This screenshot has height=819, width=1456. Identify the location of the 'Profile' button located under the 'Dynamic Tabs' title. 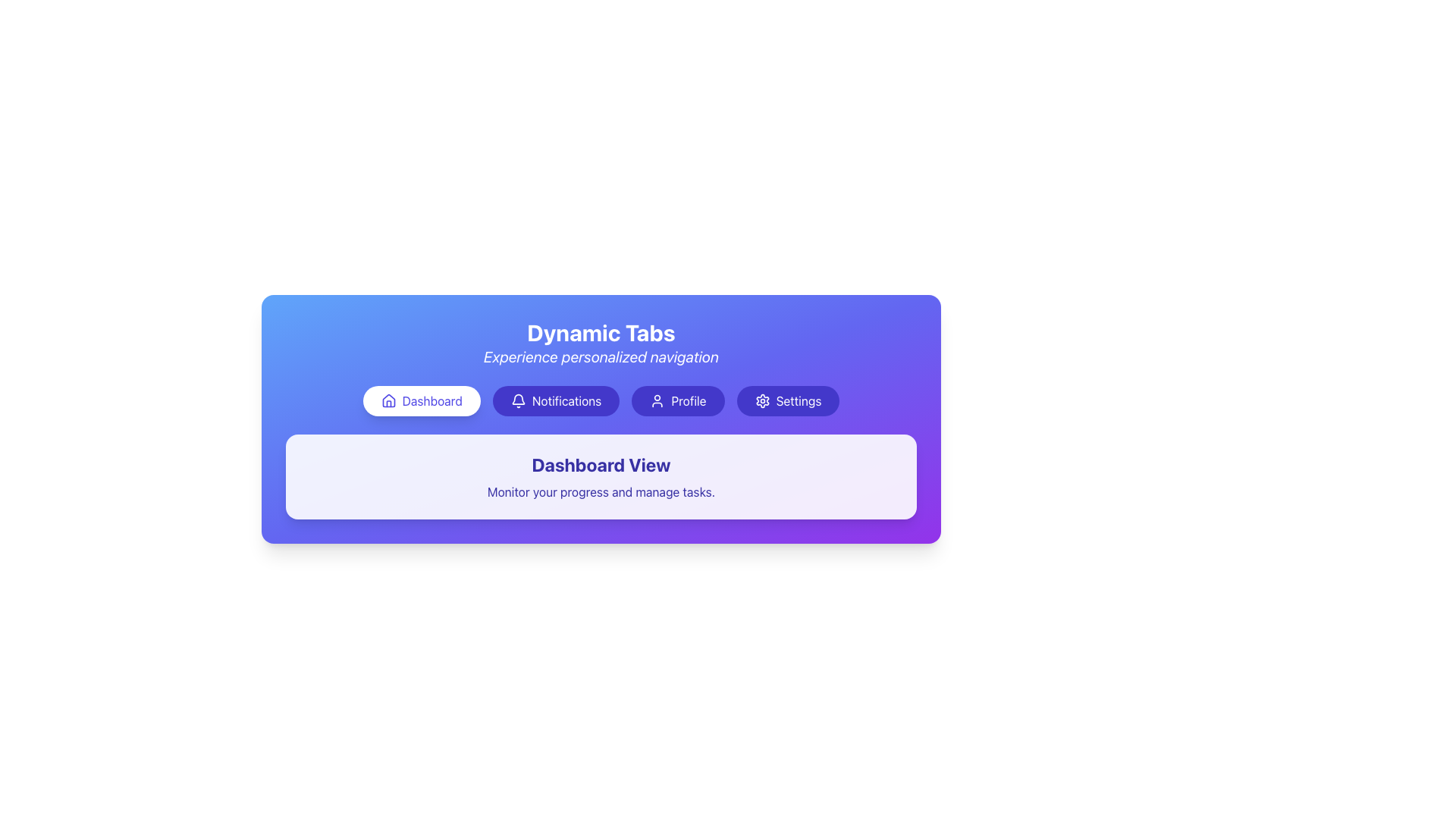
(677, 400).